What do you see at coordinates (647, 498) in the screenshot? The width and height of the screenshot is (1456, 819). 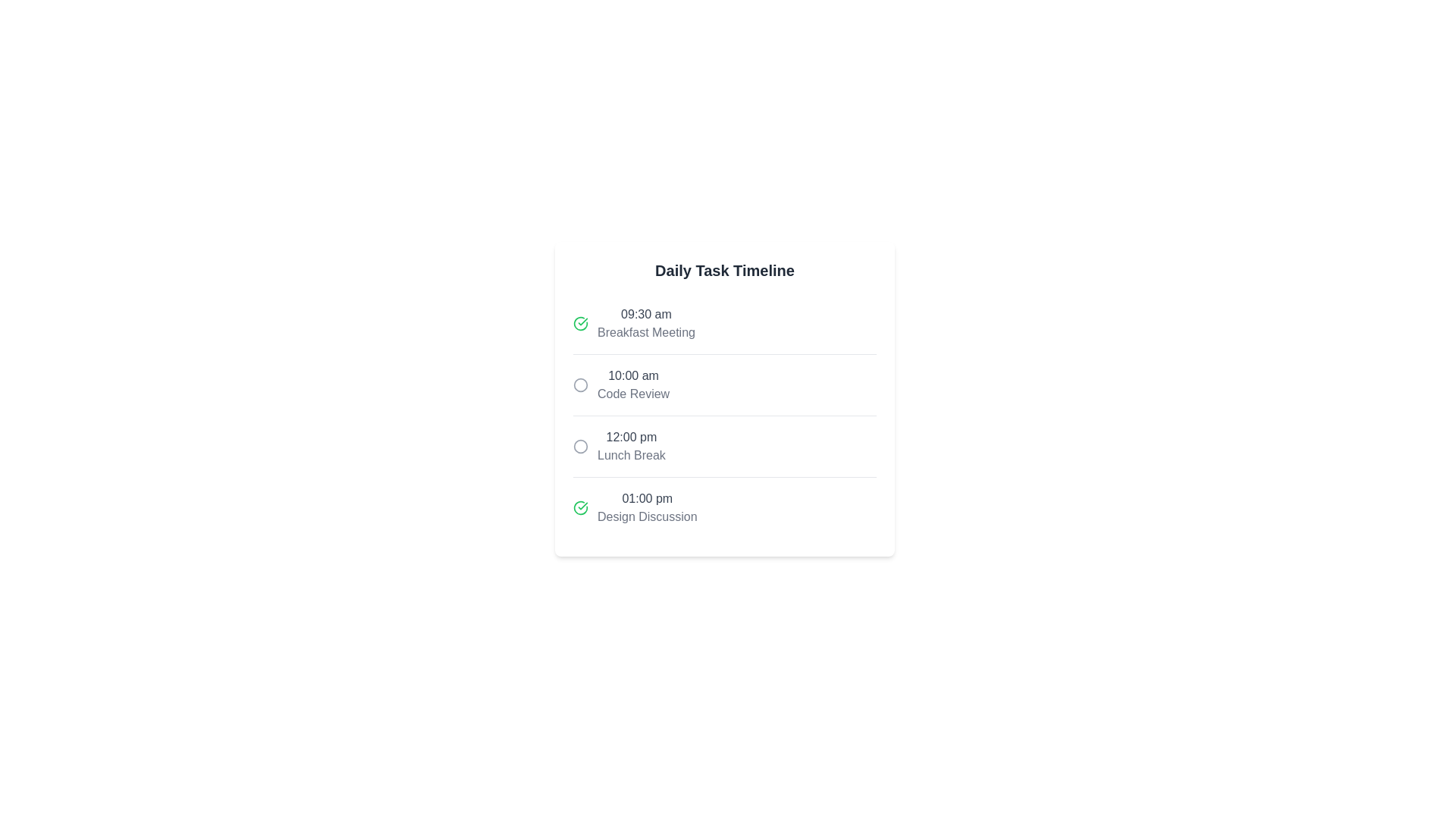 I see `the time label displaying '01:00 pm', which is part of a schedule or timeline interface, located in the fourth row and aligned with a green checkmark icon` at bounding box center [647, 498].